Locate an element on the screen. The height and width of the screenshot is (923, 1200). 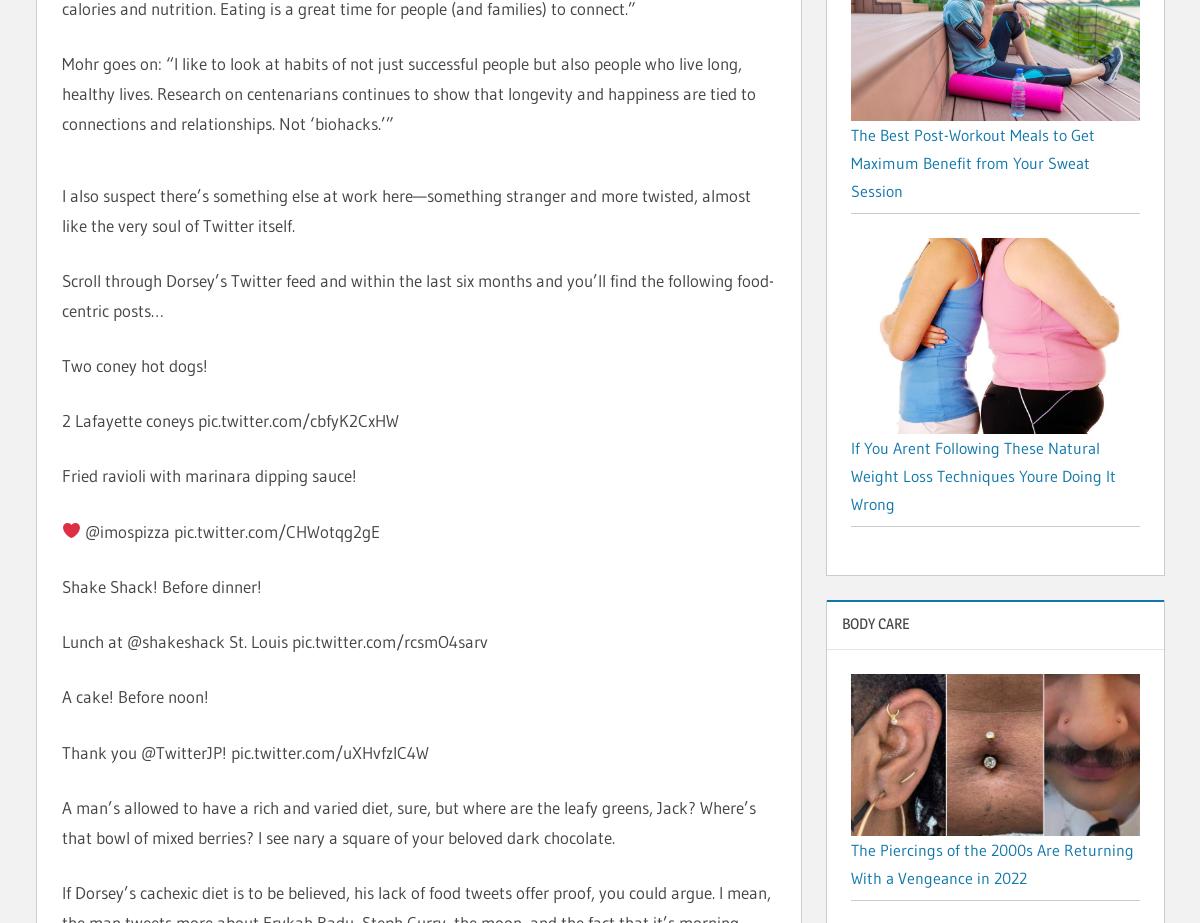
'Mohr goes on: “I like to look at habits of not just successful people but also people who live long, healthy lives. Research on centenarians continues to show that longevity and happiness are tied to connections and relationships. Not ‘biohacks.’”' is located at coordinates (408, 93).